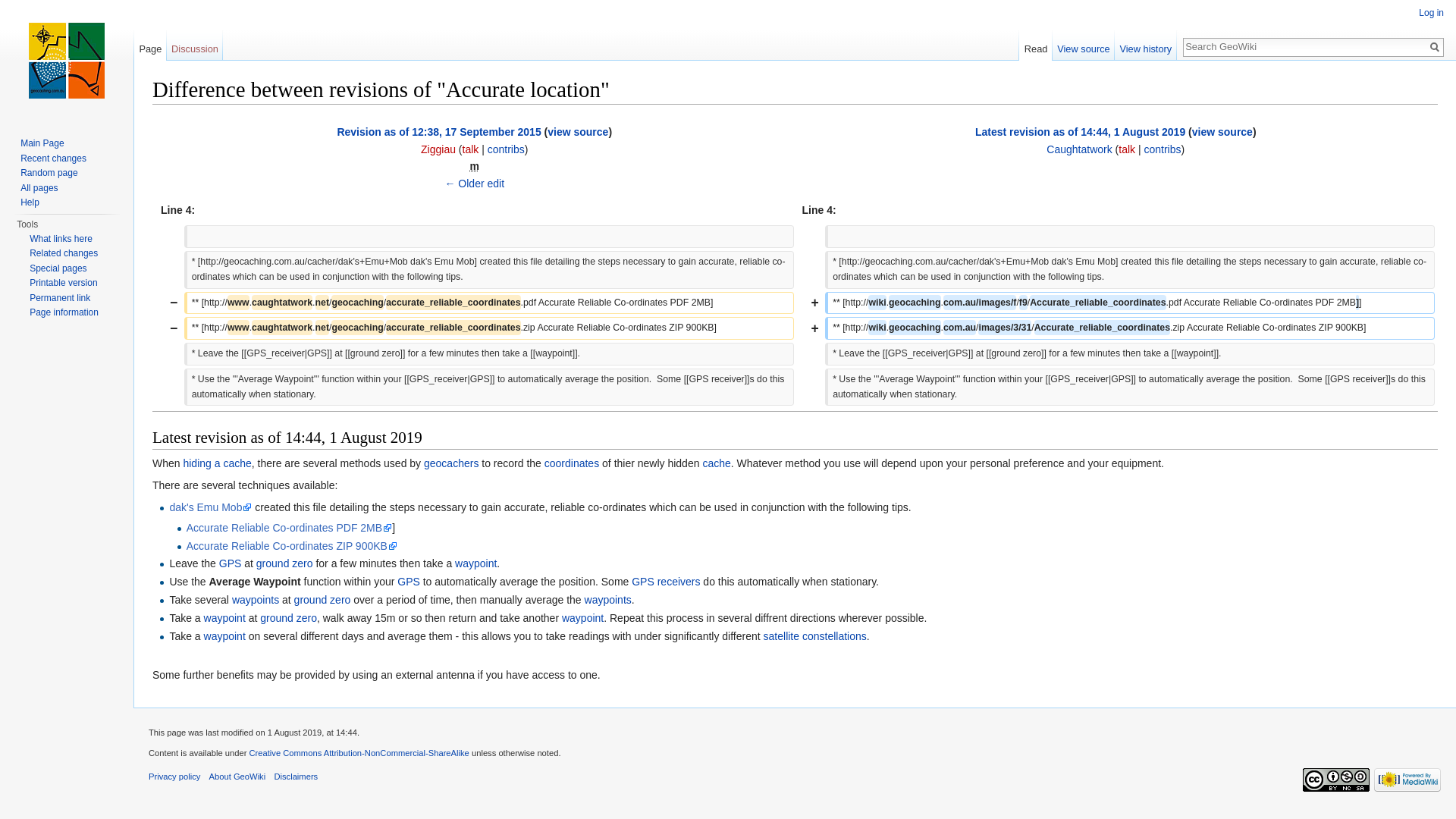 Image resolution: width=1456 pixels, height=819 pixels. What do you see at coordinates (437, 149) in the screenshot?
I see `'Ziggiau'` at bounding box center [437, 149].